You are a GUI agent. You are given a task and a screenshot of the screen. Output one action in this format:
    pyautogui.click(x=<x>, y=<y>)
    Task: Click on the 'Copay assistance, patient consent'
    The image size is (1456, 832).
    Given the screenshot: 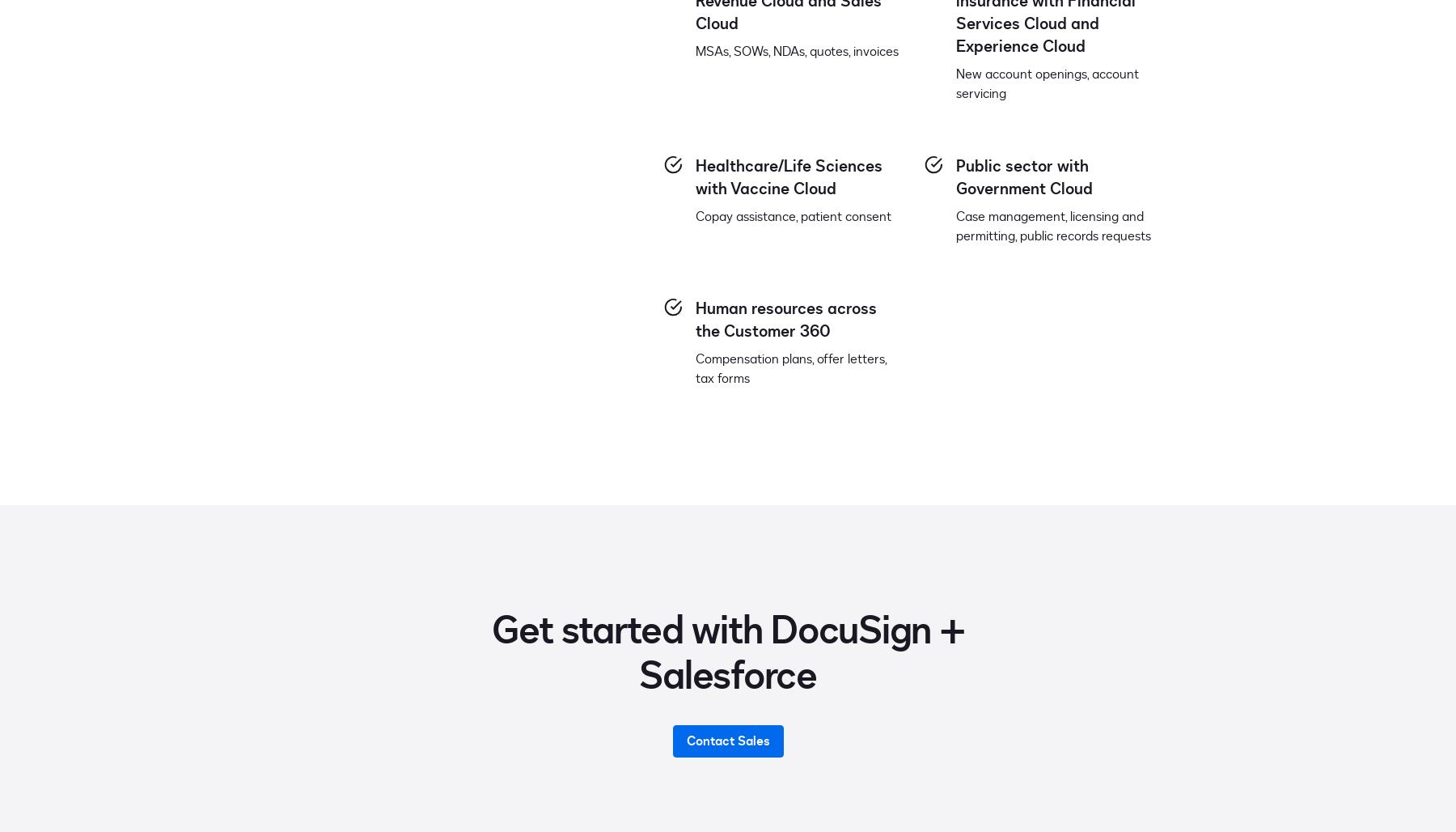 What is the action you would take?
    pyautogui.click(x=793, y=215)
    